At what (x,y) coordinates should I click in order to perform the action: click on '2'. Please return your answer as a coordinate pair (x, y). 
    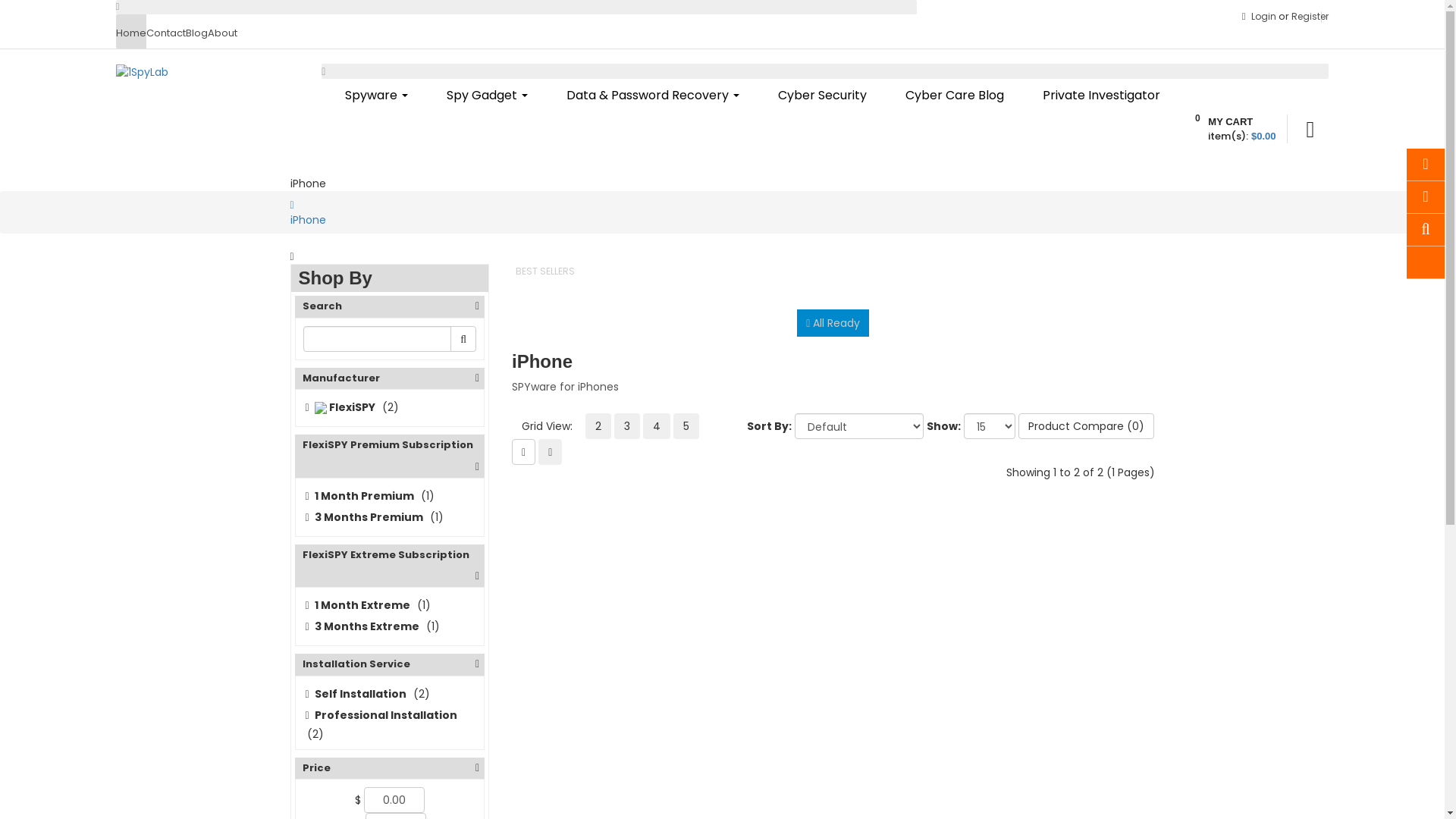
    Looking at the image, I should click on (597, 426).